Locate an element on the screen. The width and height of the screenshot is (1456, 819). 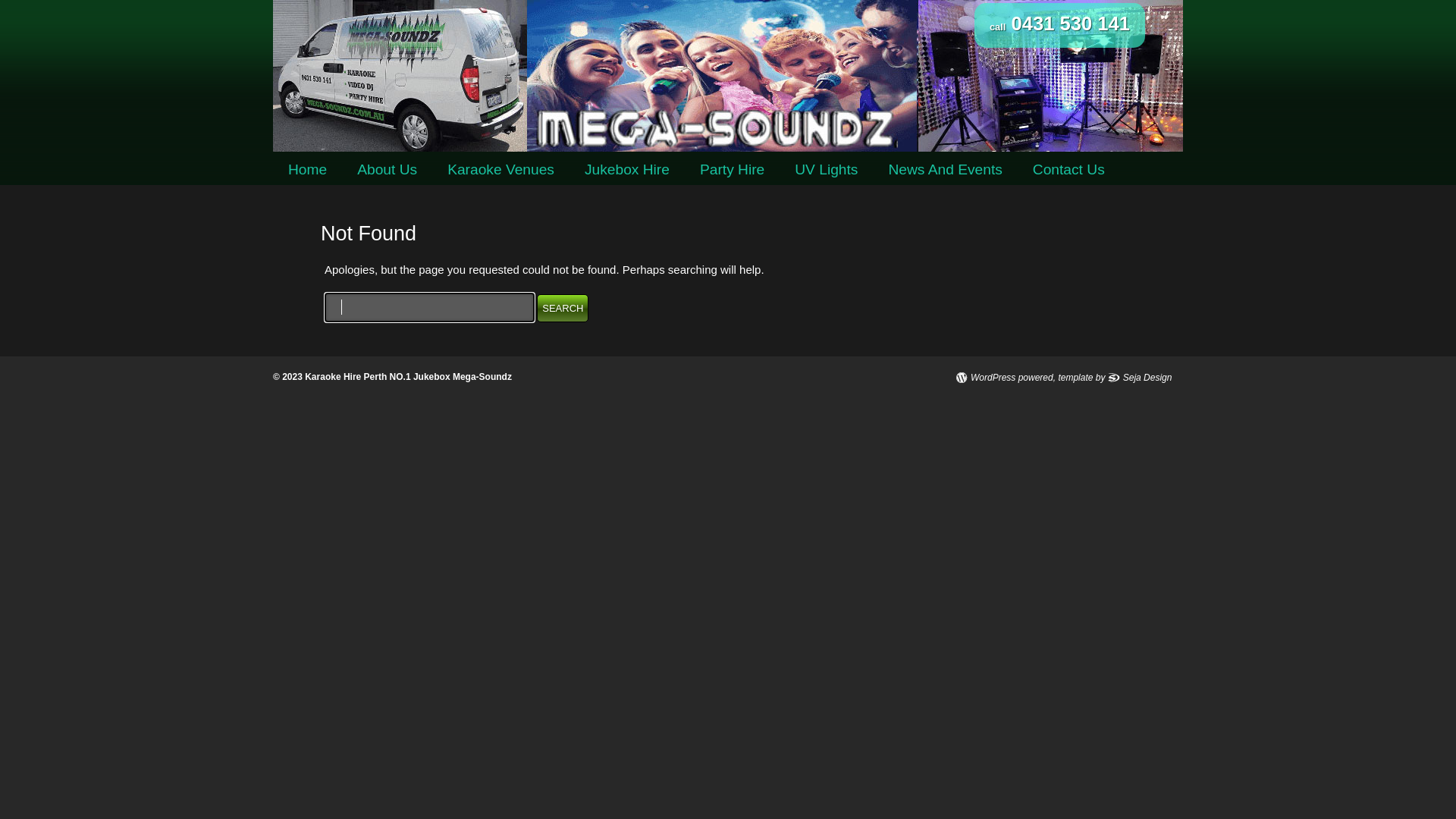
'Party Hire' is located at coordinates (732, 169).